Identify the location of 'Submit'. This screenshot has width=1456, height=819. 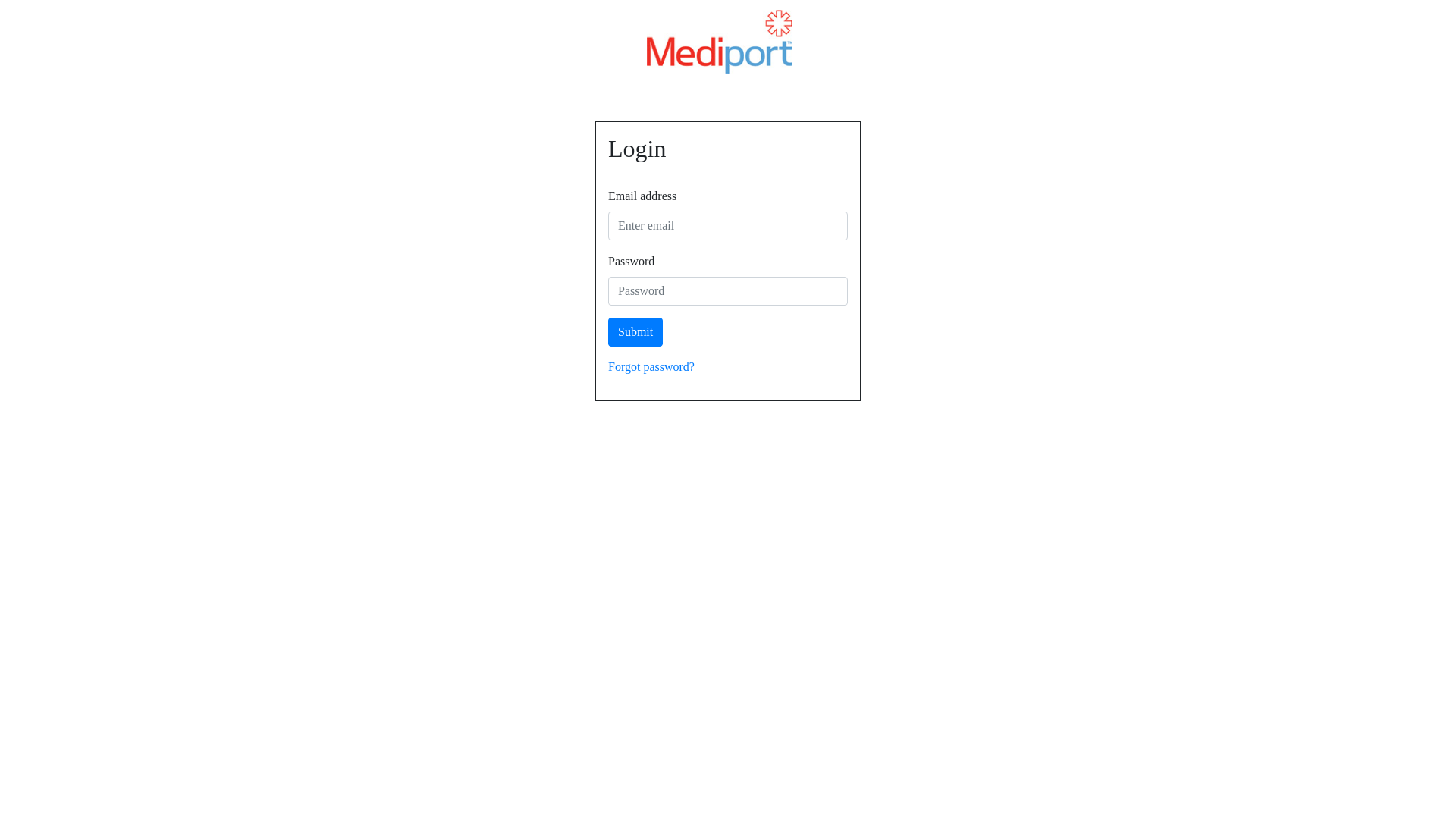
(635, 331).